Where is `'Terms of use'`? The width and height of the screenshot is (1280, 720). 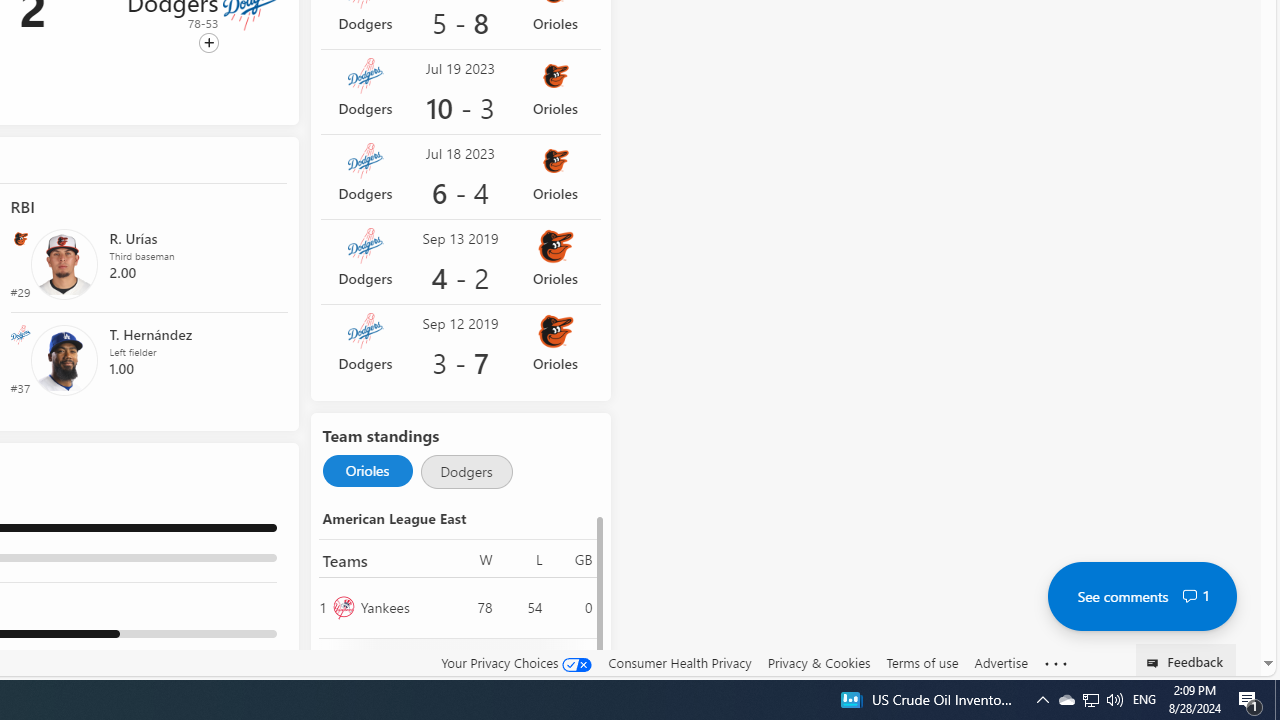 'Terms of use' is located at coordinates (921, 663).